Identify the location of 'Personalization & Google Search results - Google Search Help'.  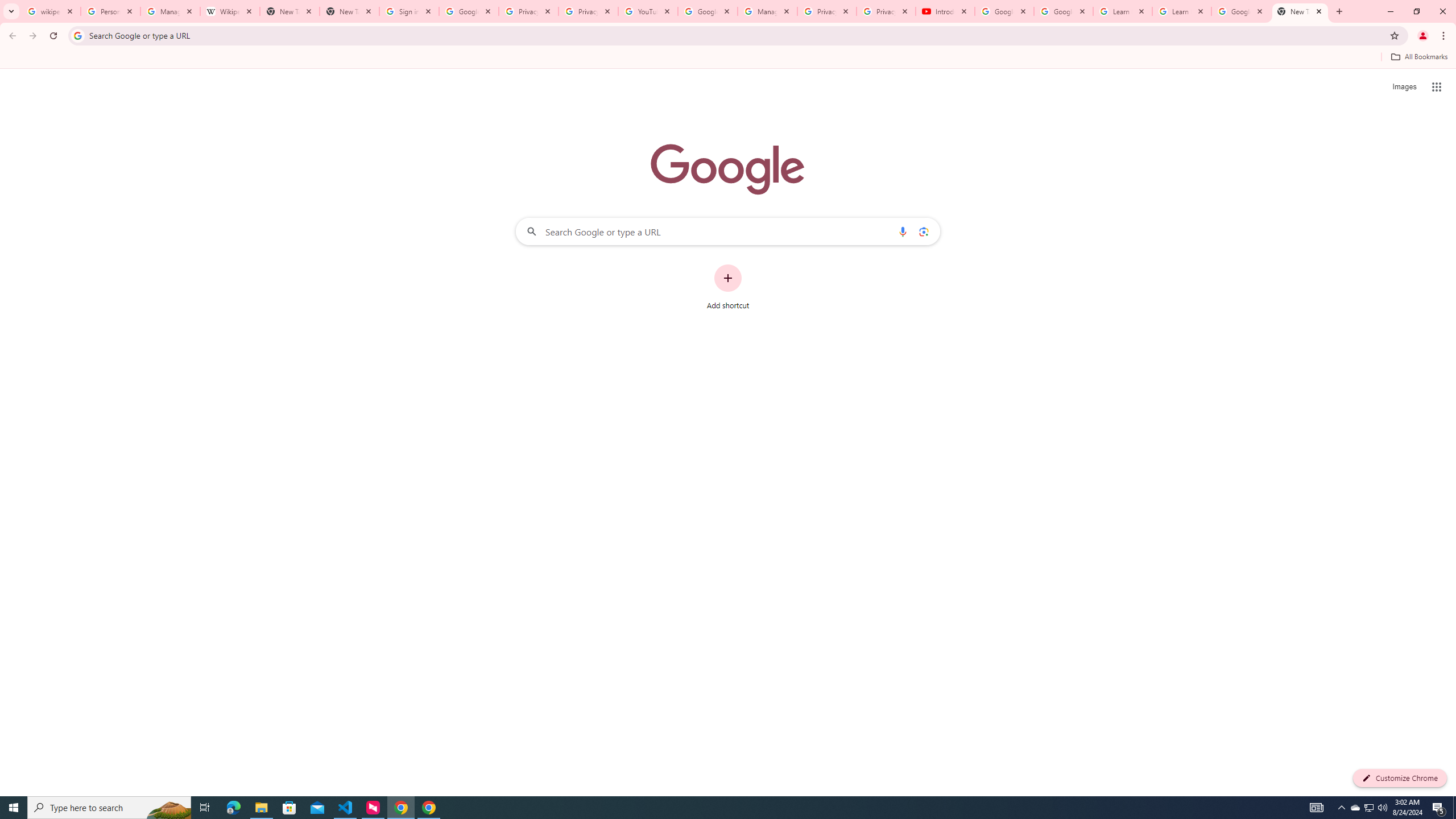
(110, 11).